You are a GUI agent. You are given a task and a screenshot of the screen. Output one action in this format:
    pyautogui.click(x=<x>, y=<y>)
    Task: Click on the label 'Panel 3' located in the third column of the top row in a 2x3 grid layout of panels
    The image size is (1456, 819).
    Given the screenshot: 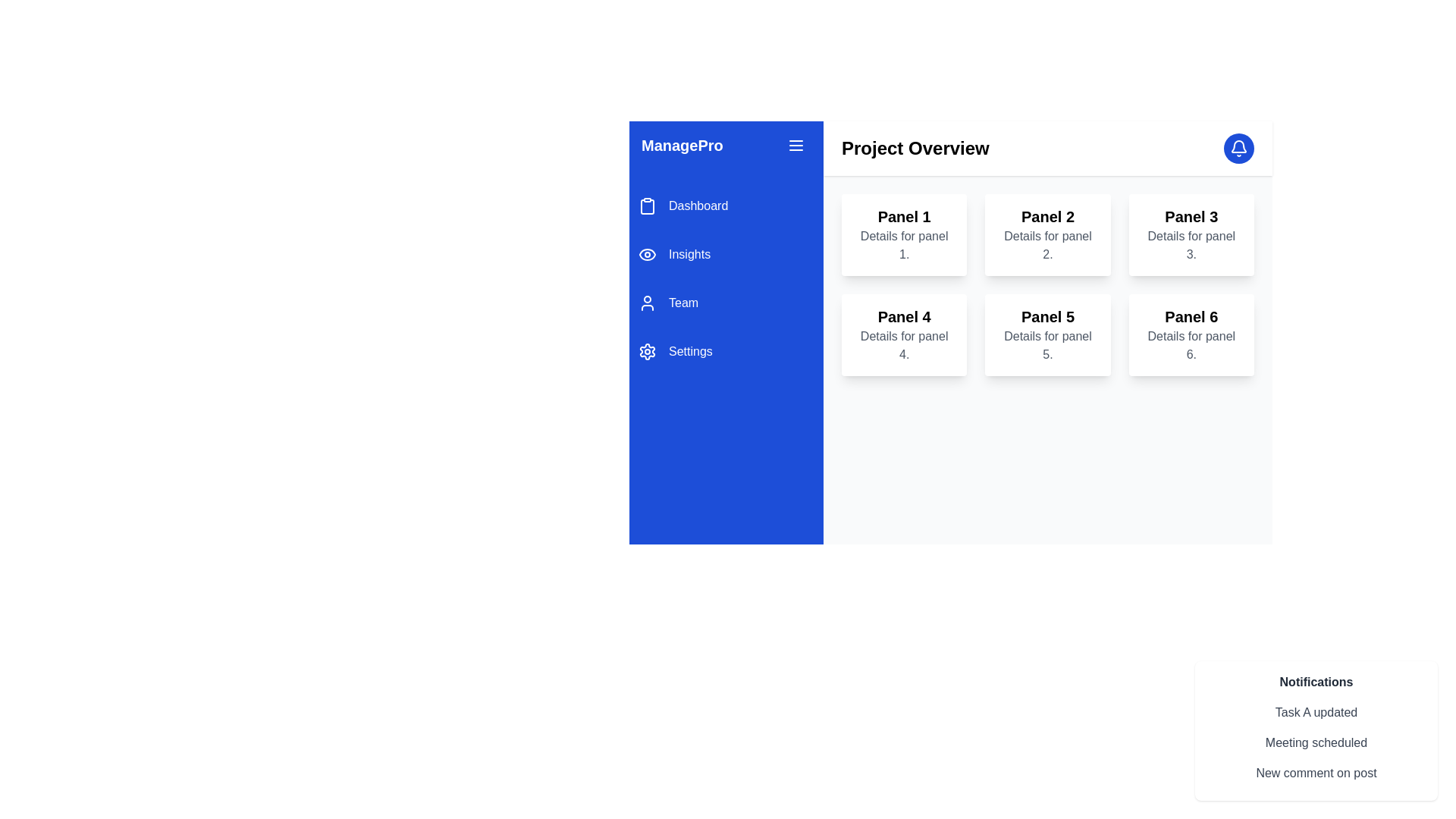 What is the action you would take?
    pyautogui.click(x=1191, y=216)
    